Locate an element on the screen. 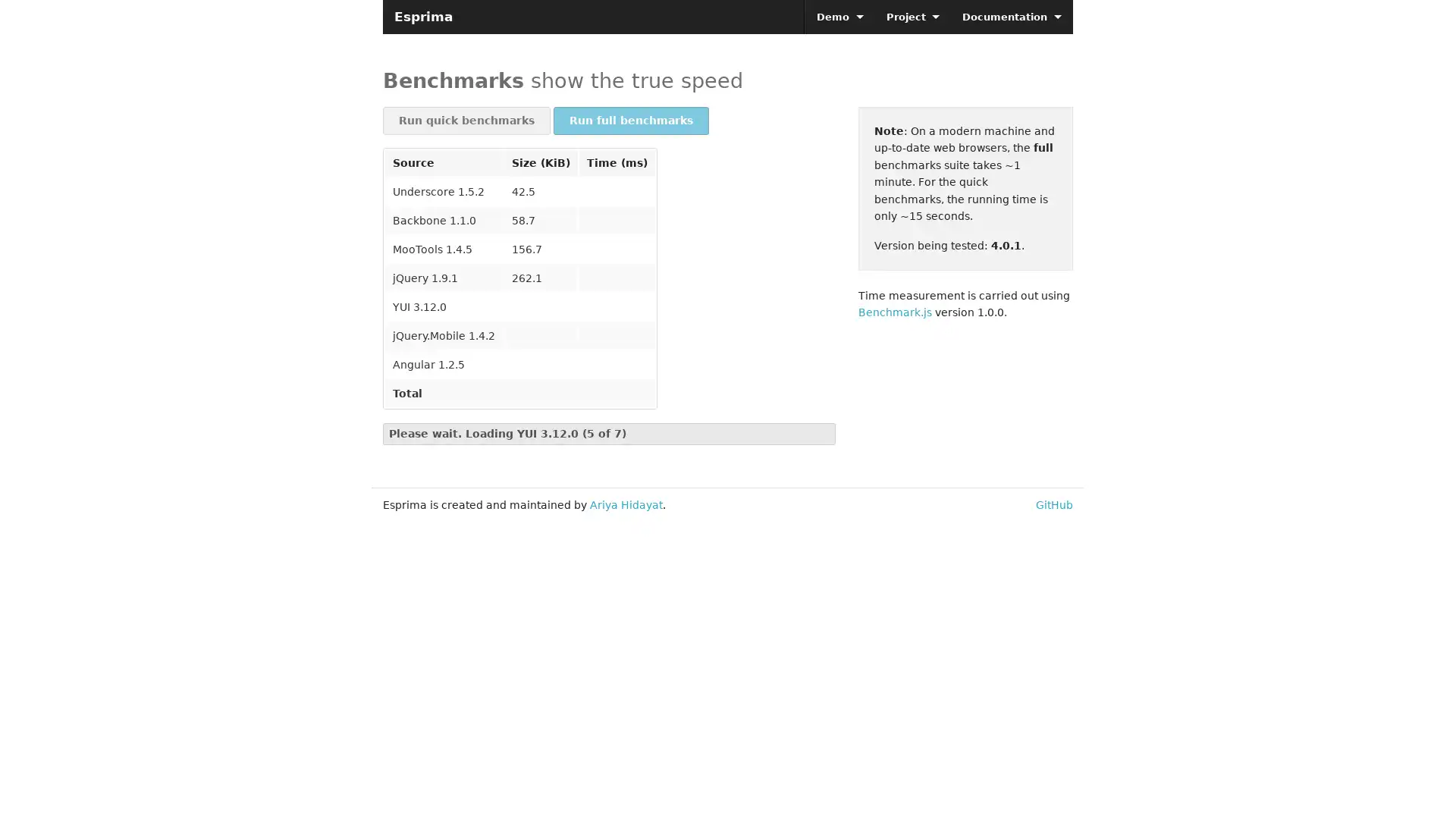 This screenshot has height=819, width=1456. Run quick benchmarks is located at coordinates (466, 120).